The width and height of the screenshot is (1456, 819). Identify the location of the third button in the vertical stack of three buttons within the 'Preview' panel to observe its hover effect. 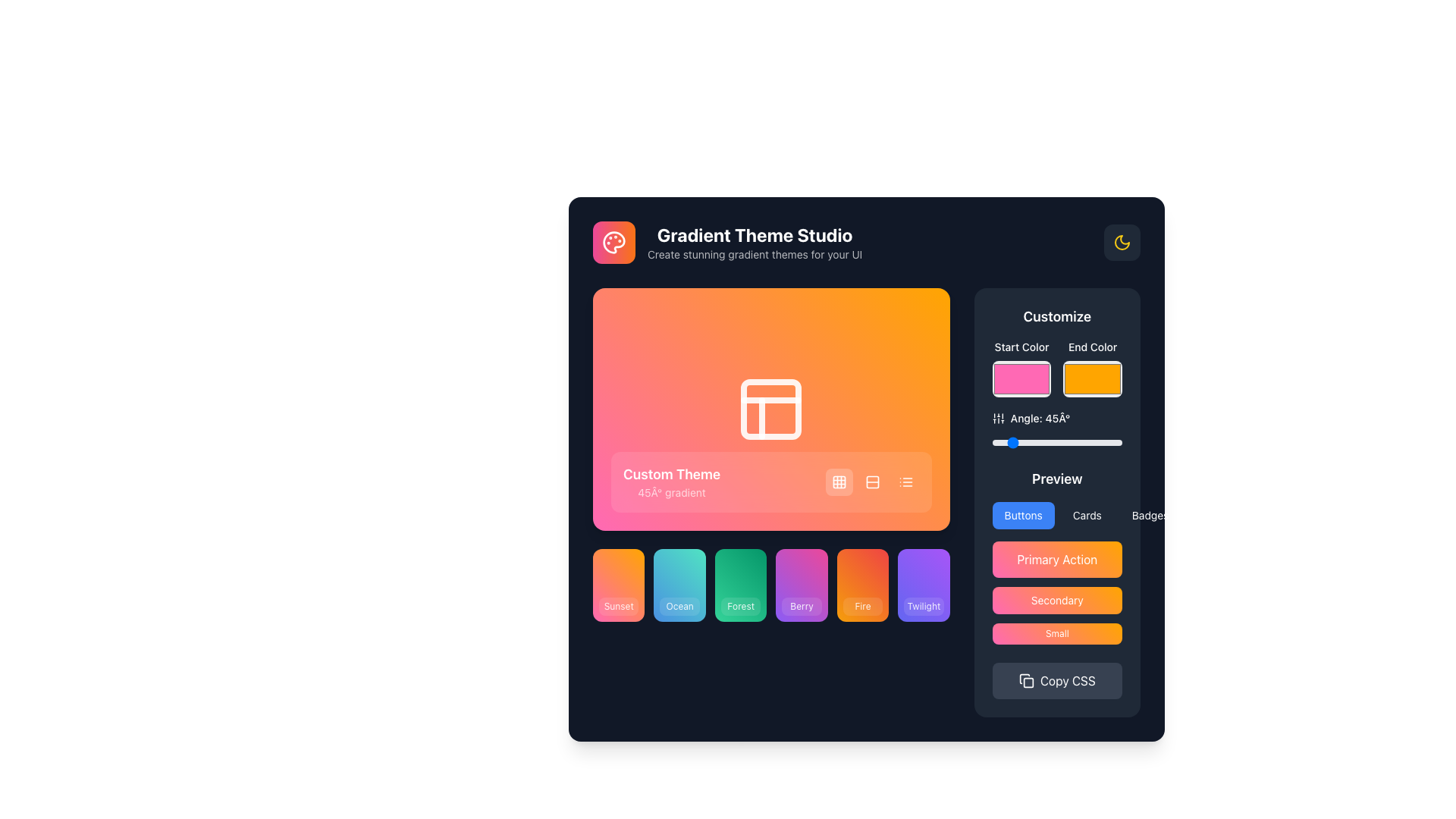
(1056, 634).